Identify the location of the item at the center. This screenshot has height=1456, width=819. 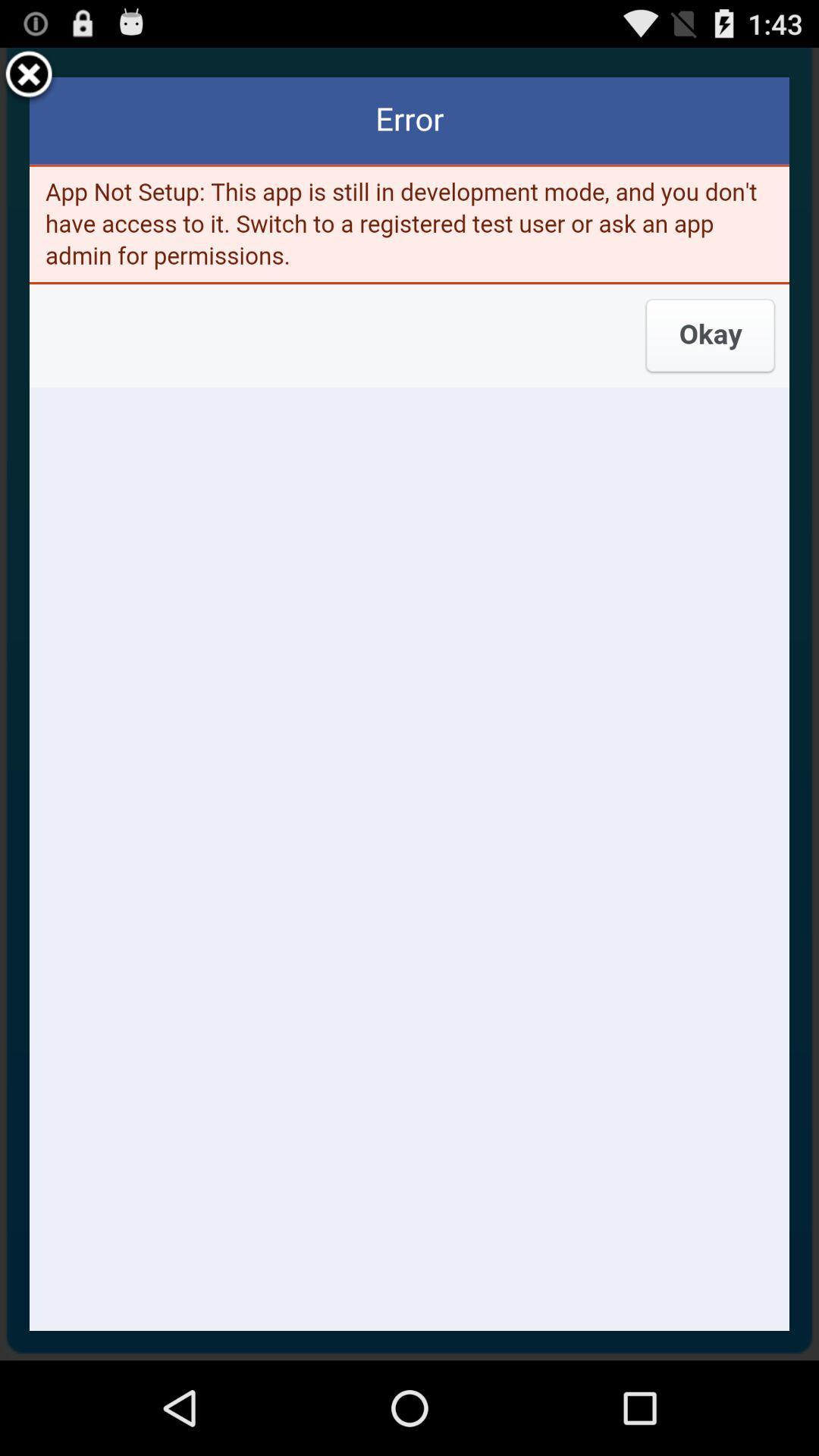
(409, 703).